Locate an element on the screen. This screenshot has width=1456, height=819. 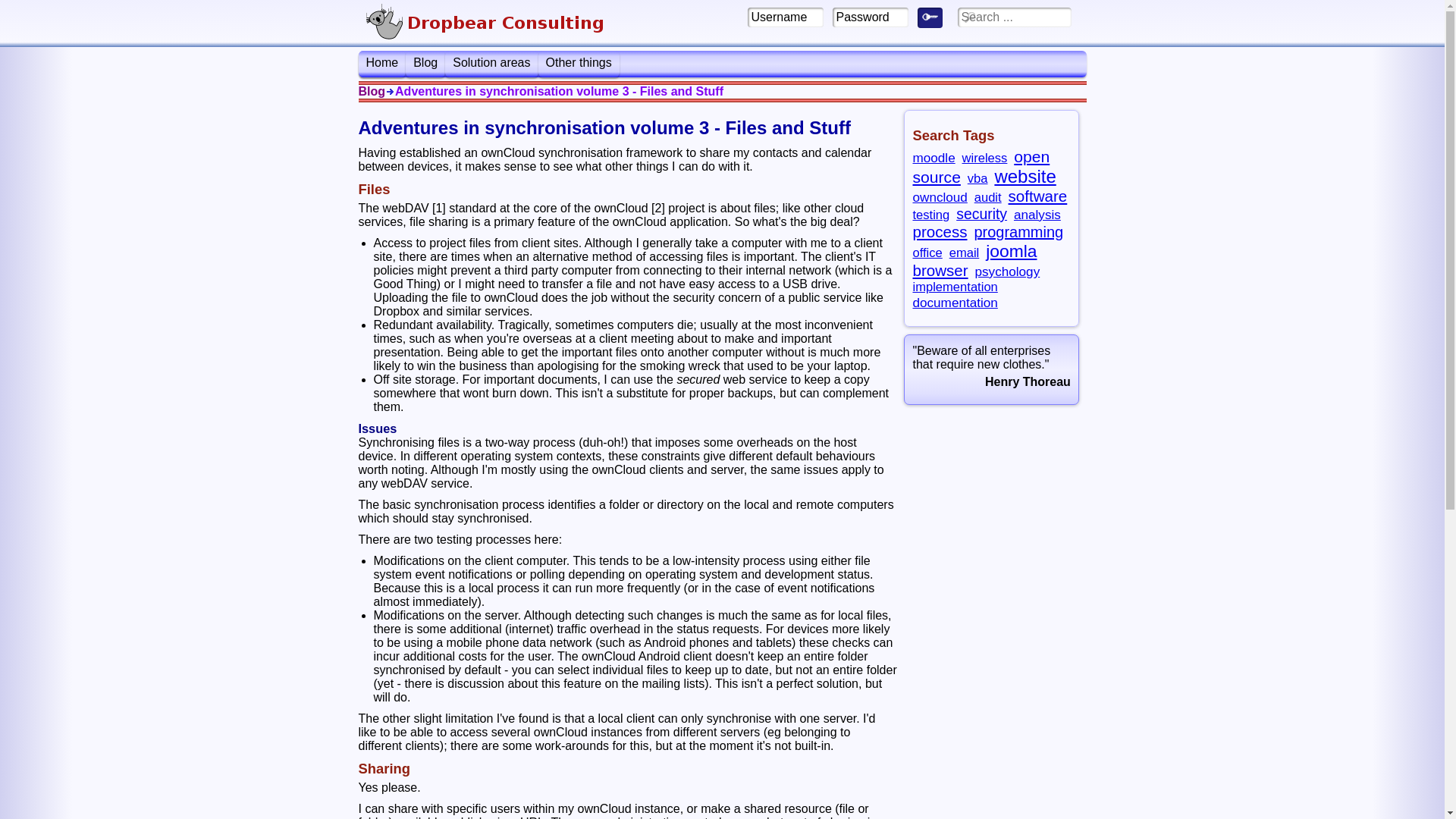
'software' is located at coordinates (1008, 195).